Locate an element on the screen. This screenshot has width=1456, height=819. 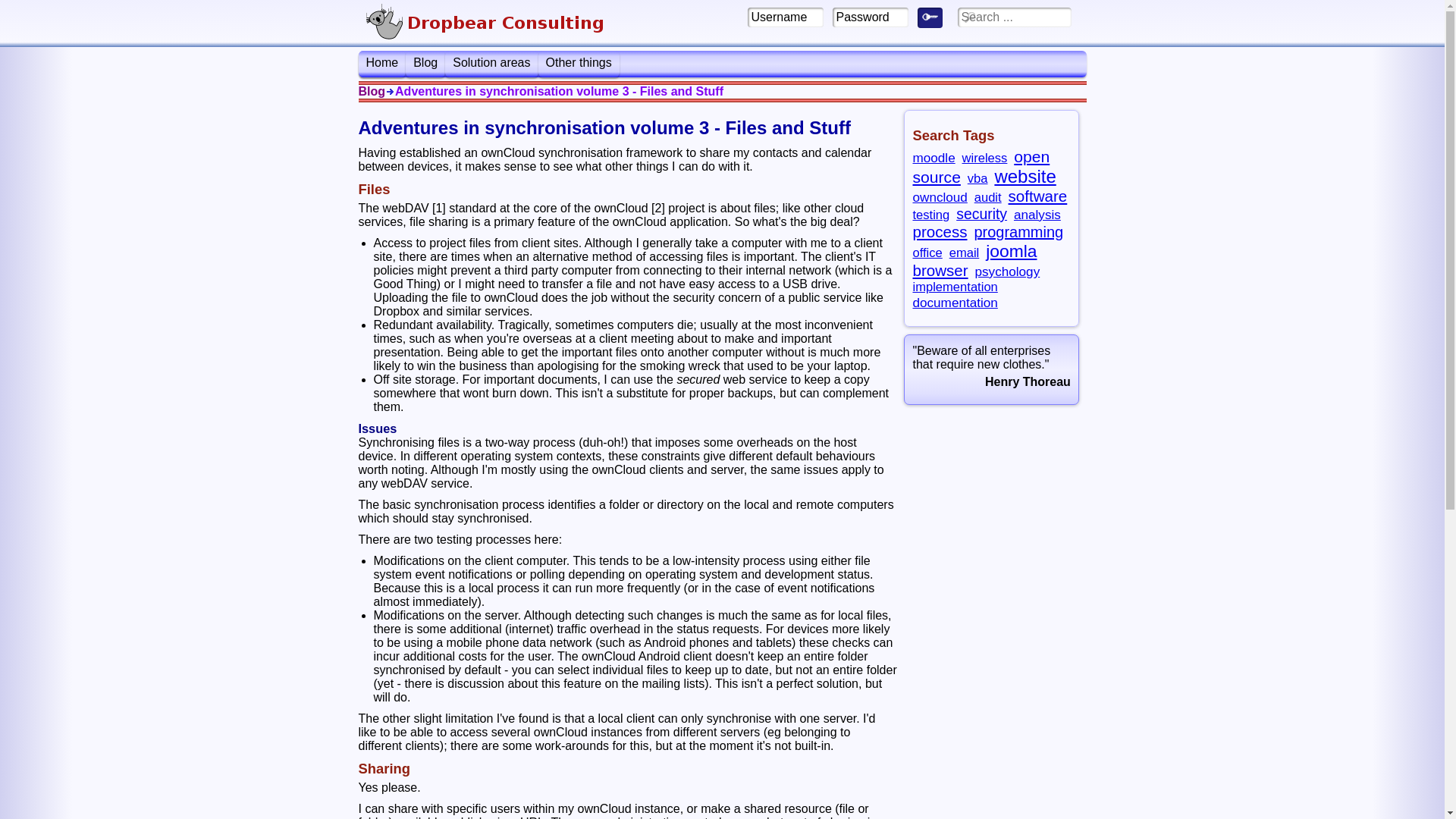
'software' is located at coordinates (1008, 195).